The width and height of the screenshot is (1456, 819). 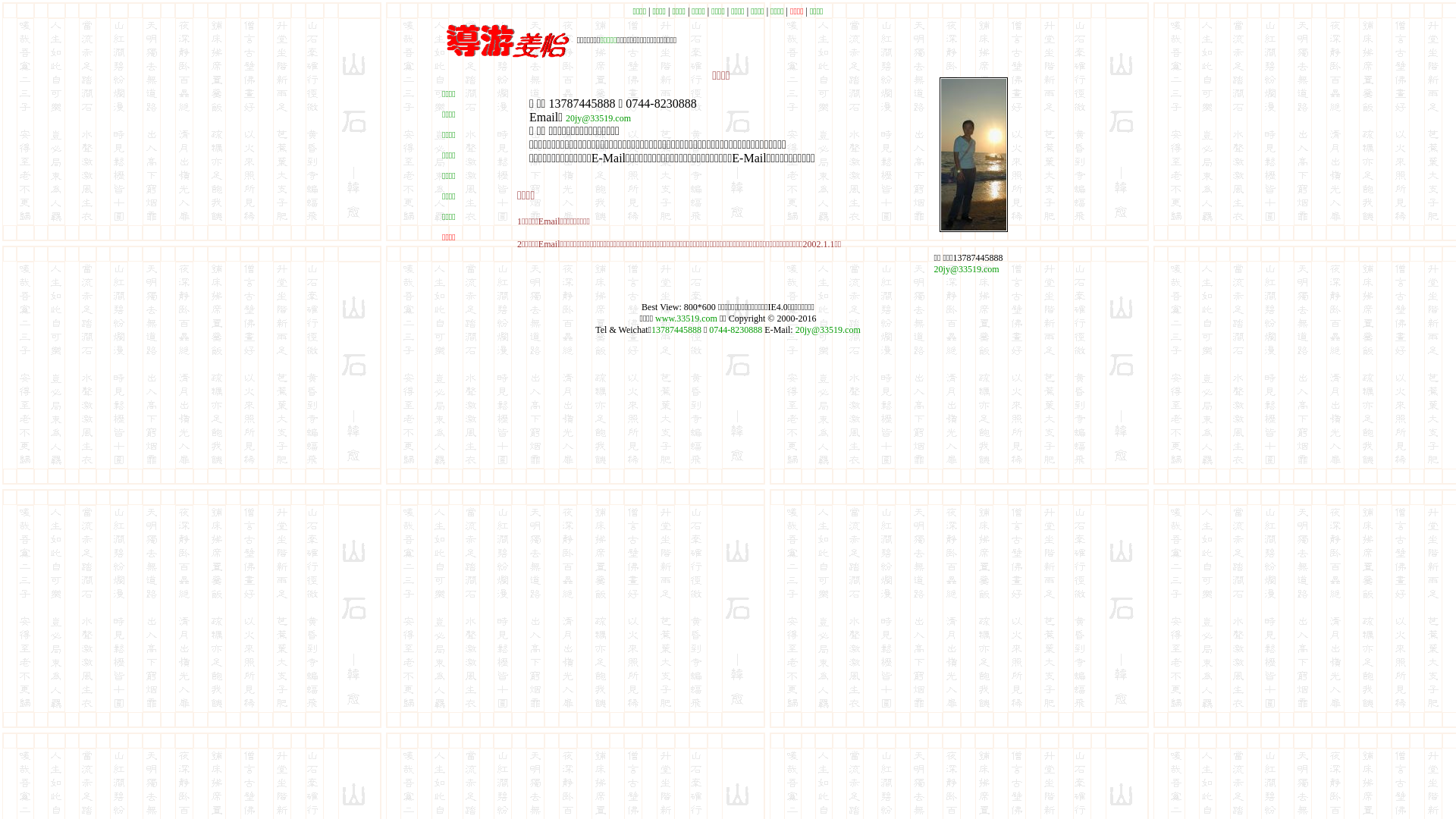 What do you see at coordinates (655, 317) in the screenshot?
I see `'www.33519.com'` at bounding box center [655, 317].